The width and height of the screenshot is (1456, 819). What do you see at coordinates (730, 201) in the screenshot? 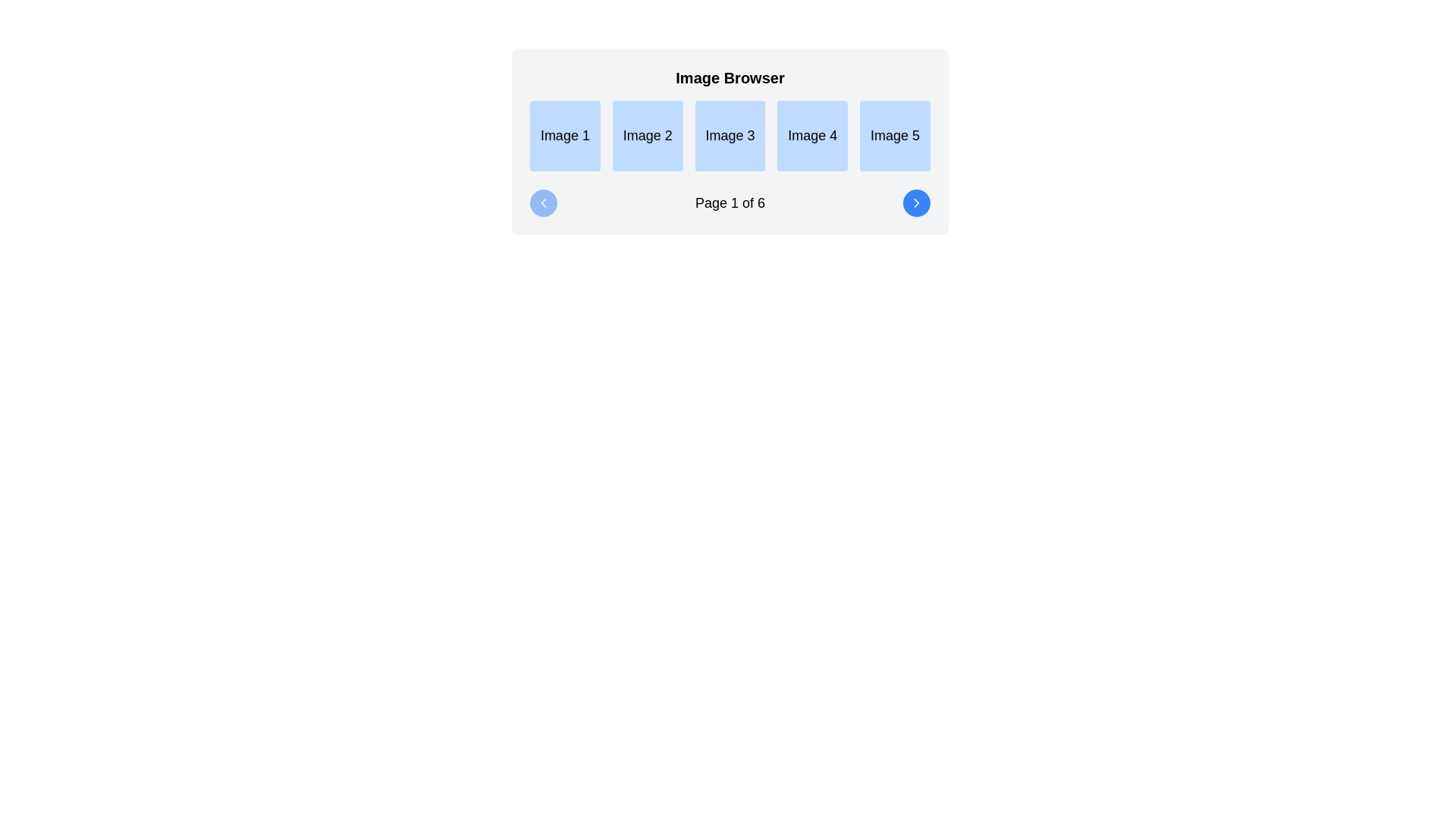
I see `the pagination information text that indicates the current page number ('1') and total pages ('6'), located centrally near the bottom of the layout within a navigation bar` at bounding box center [730, 201].